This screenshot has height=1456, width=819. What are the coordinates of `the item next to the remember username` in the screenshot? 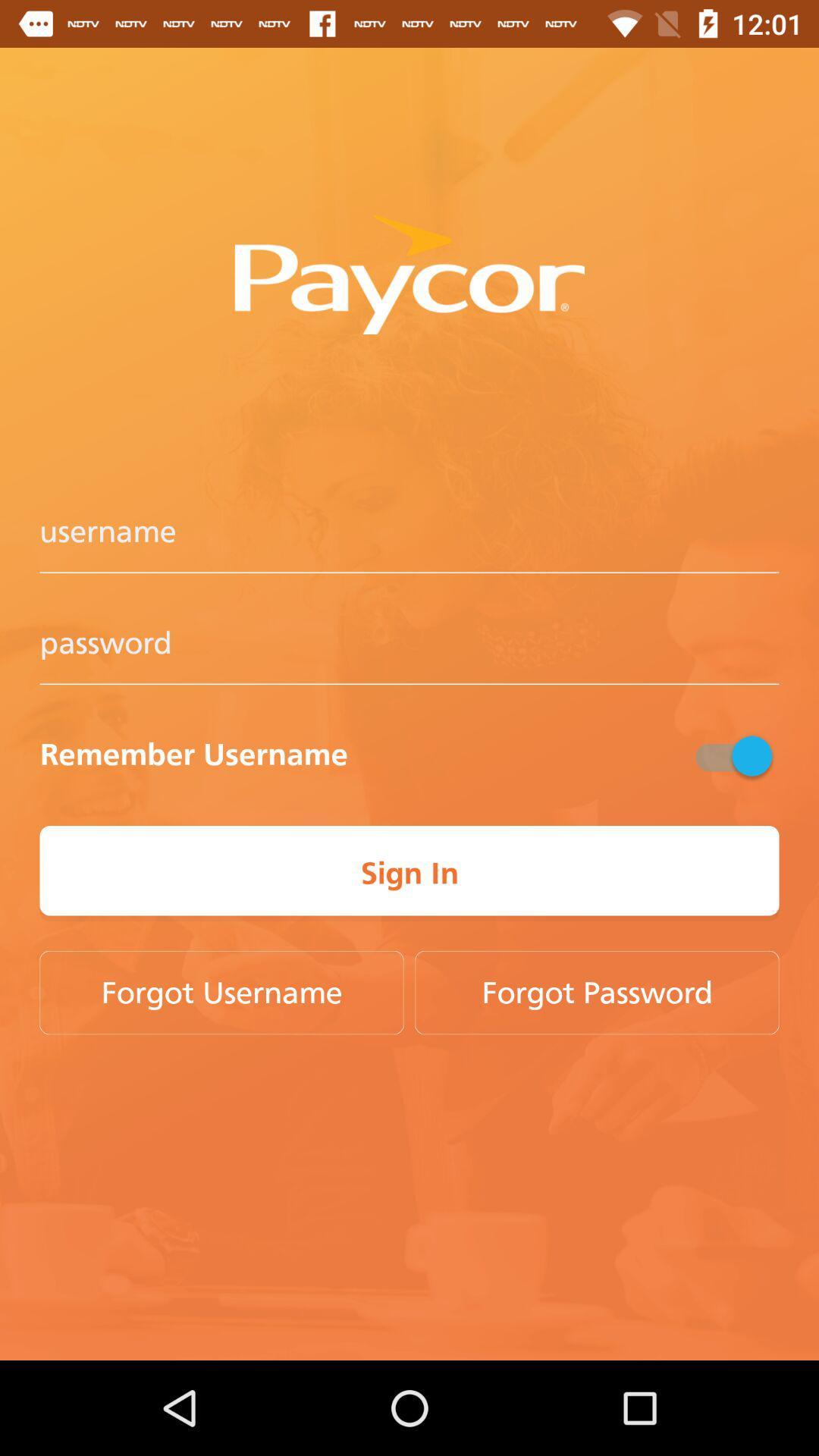 It's located at (731, 755).